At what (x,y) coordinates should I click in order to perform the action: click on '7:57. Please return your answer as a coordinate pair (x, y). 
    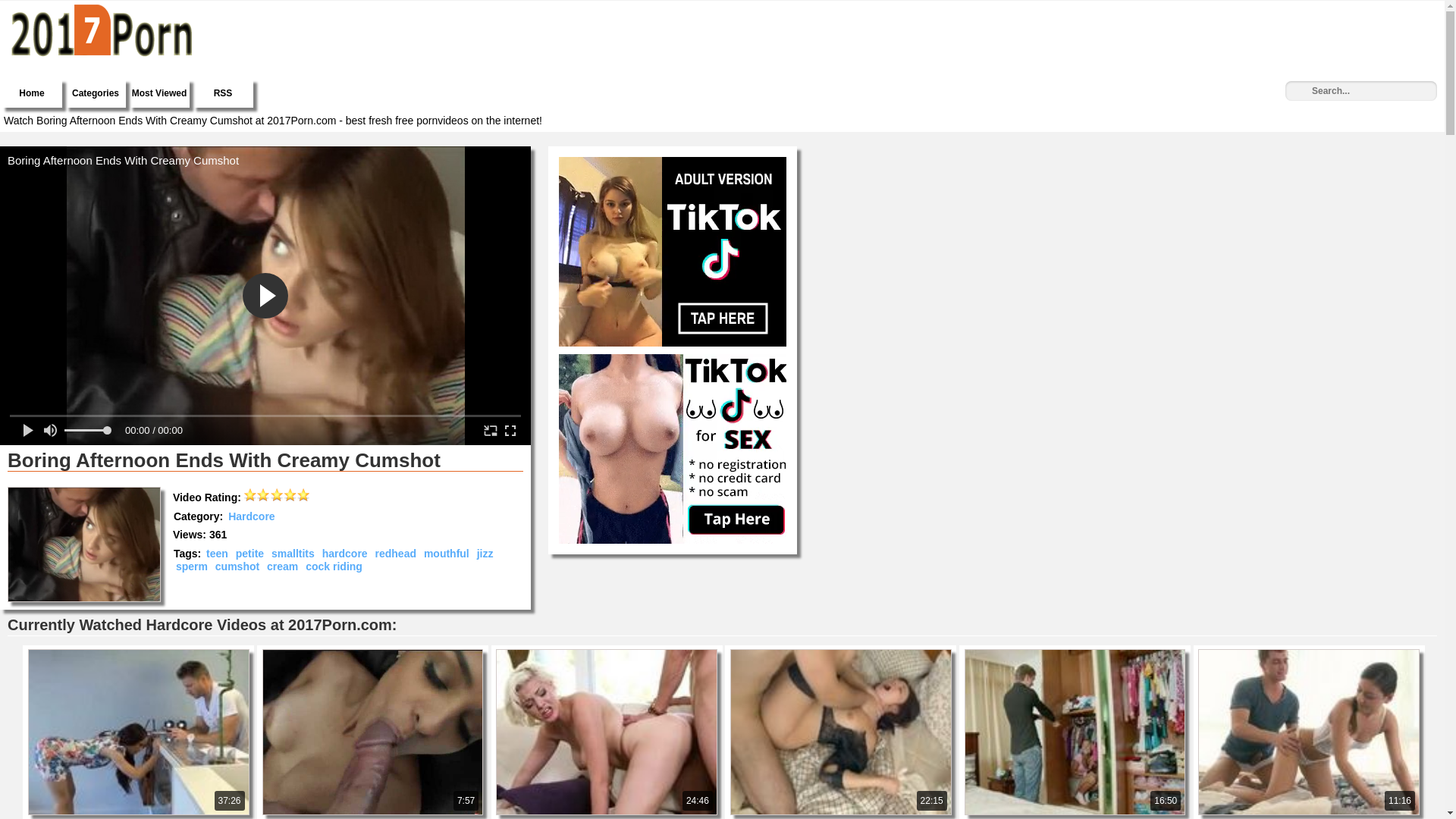
    Looking at the image, I should click on (374, 651).